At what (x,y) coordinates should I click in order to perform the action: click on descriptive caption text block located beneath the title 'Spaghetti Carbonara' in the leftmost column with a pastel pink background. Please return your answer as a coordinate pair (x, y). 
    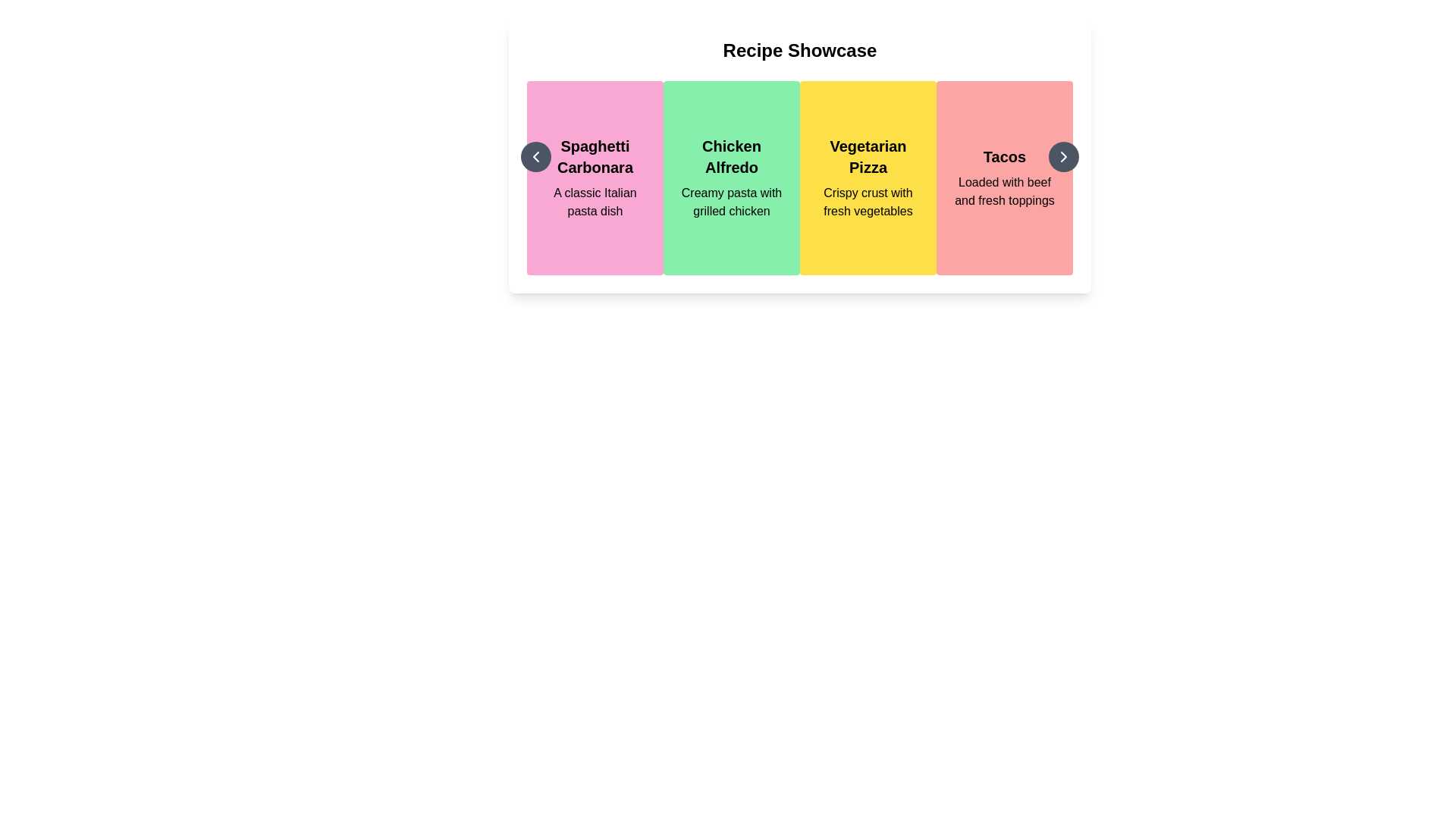
    Looking at the image, I should click on (595, 201).